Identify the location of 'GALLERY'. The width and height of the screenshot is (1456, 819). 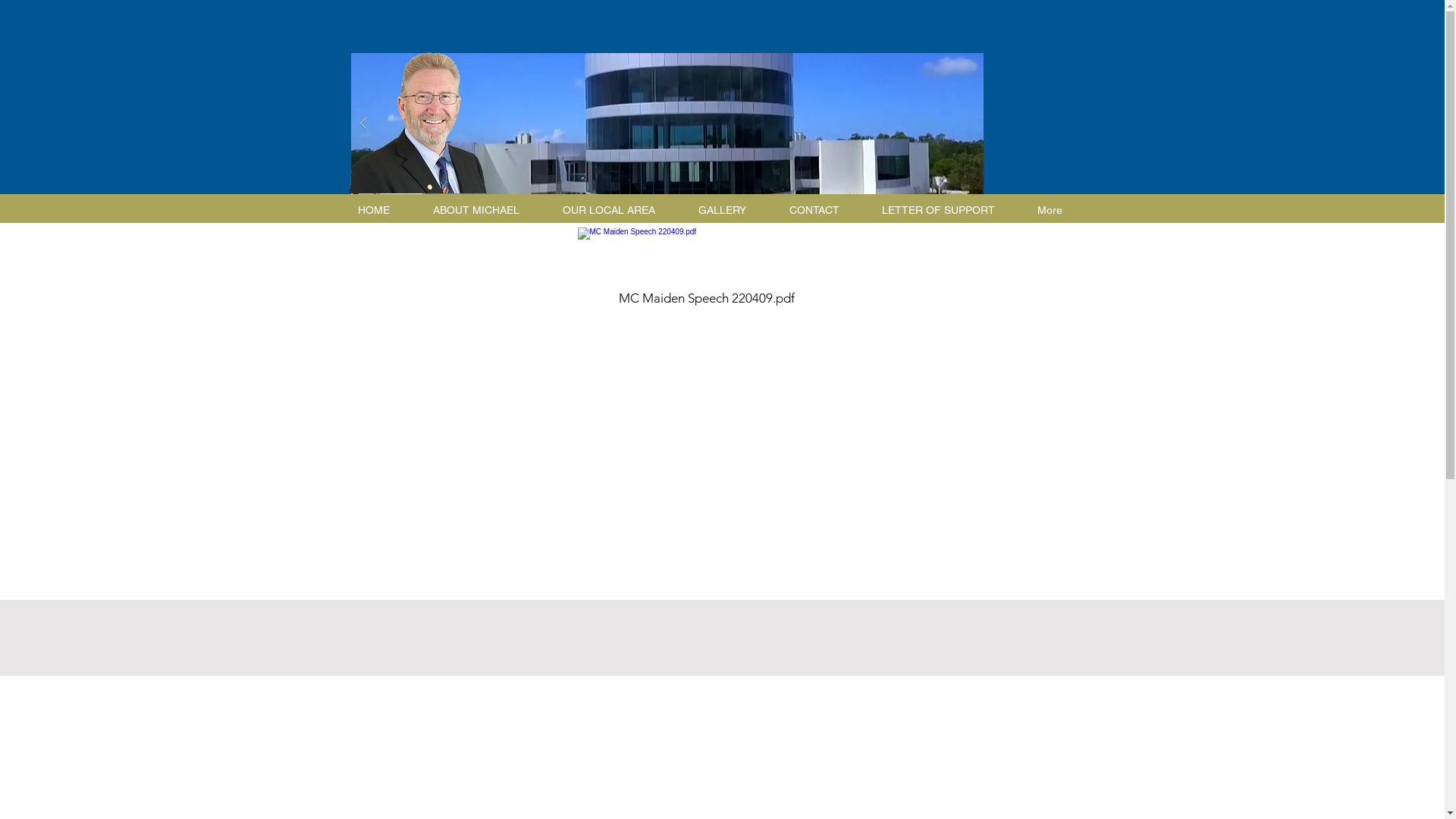
(729, 210).